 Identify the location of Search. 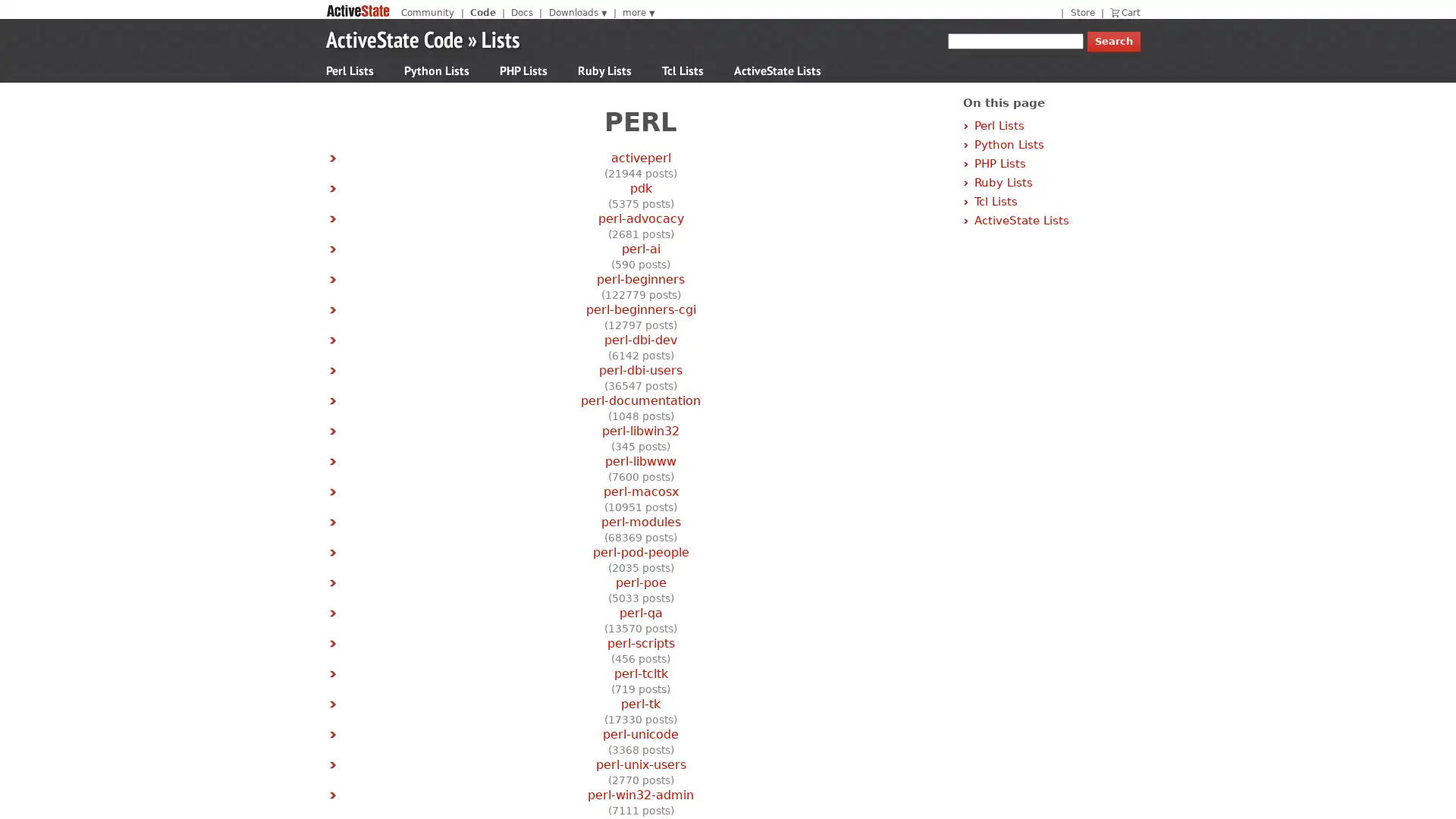
(1113, 41).